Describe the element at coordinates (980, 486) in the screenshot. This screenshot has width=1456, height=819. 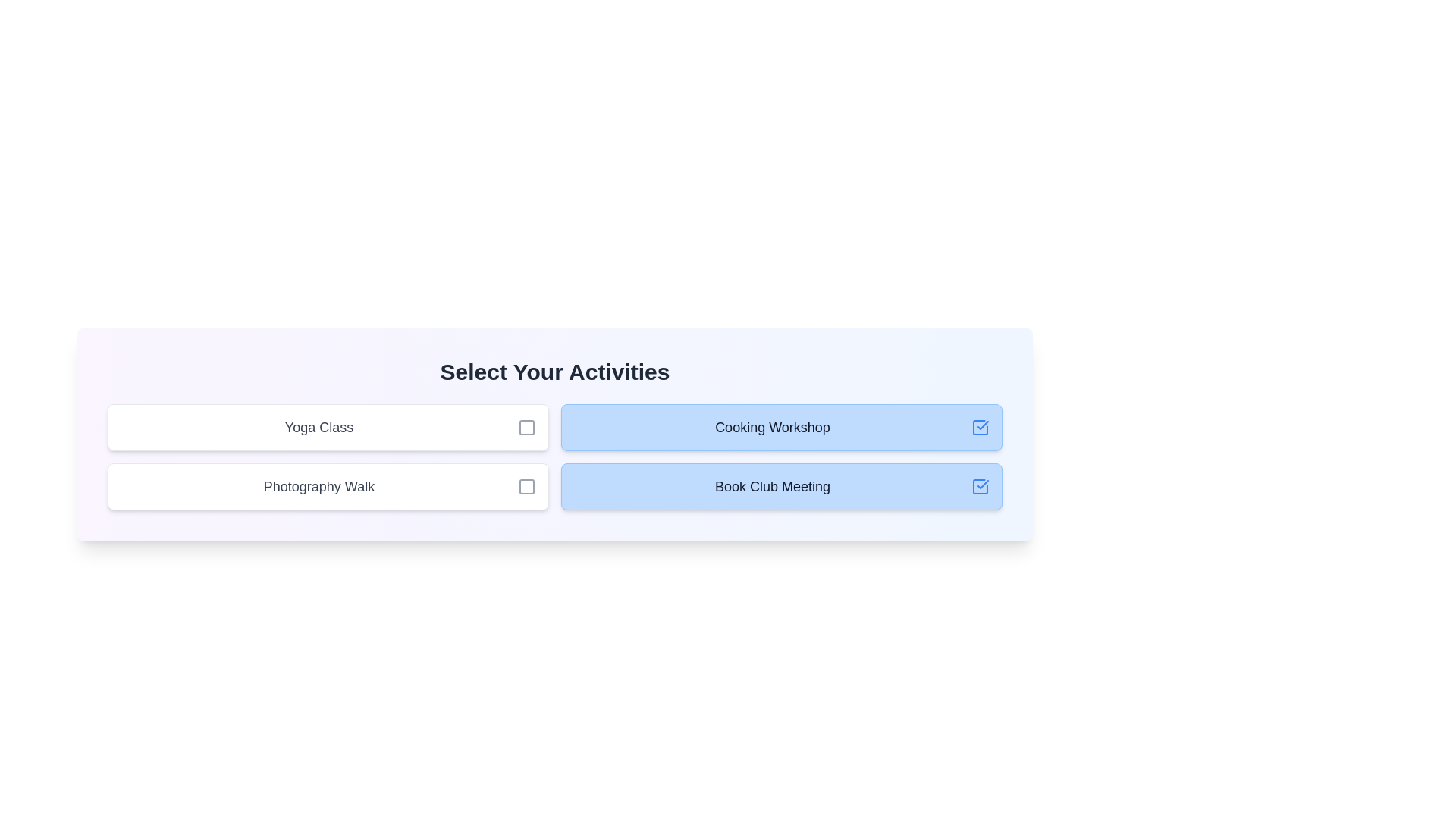
I see `the activity identified by its name Book Club Meeting` at that location.